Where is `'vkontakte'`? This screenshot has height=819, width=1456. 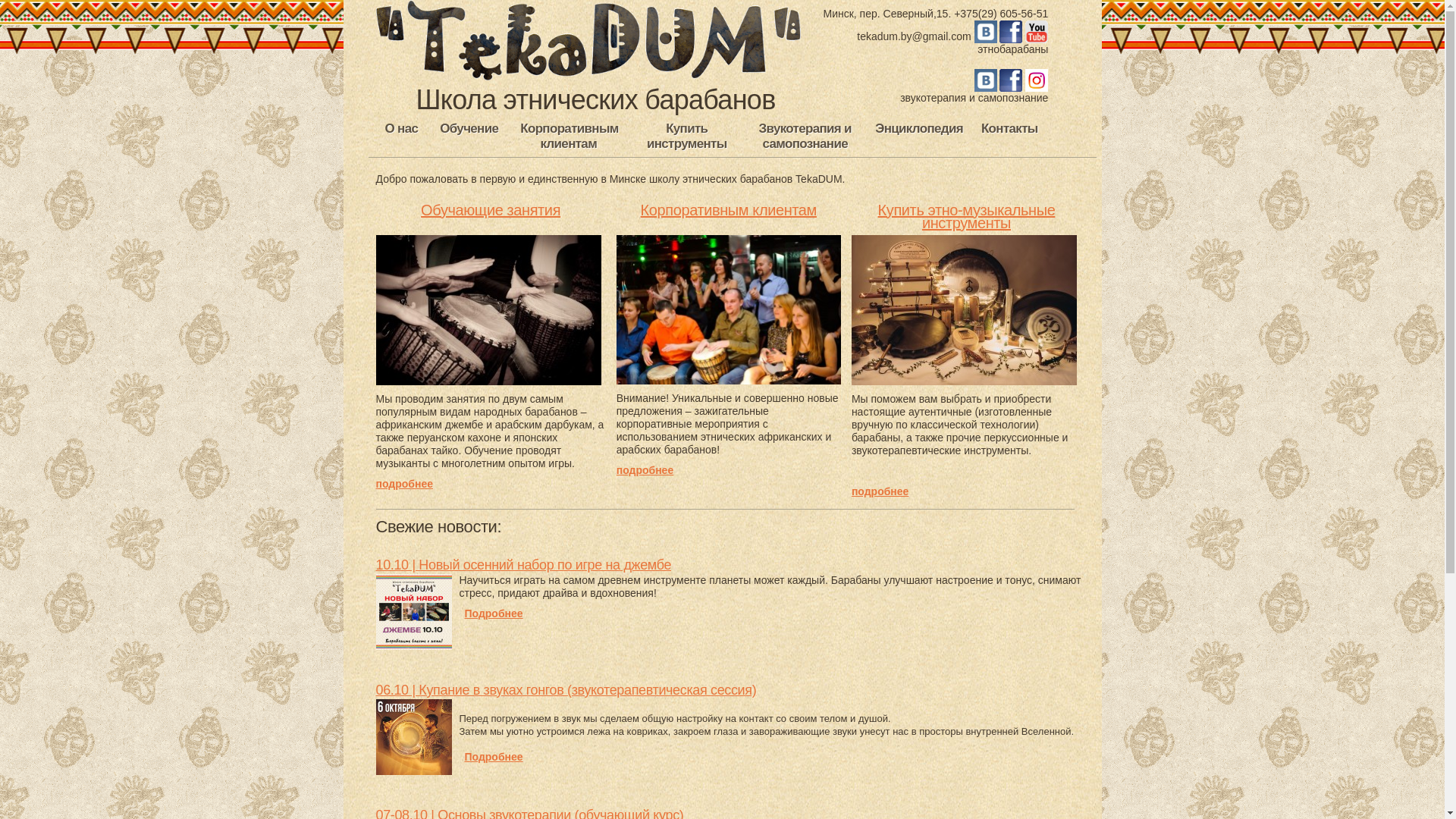 'vkontakte' is located at coordinates (974, 84).